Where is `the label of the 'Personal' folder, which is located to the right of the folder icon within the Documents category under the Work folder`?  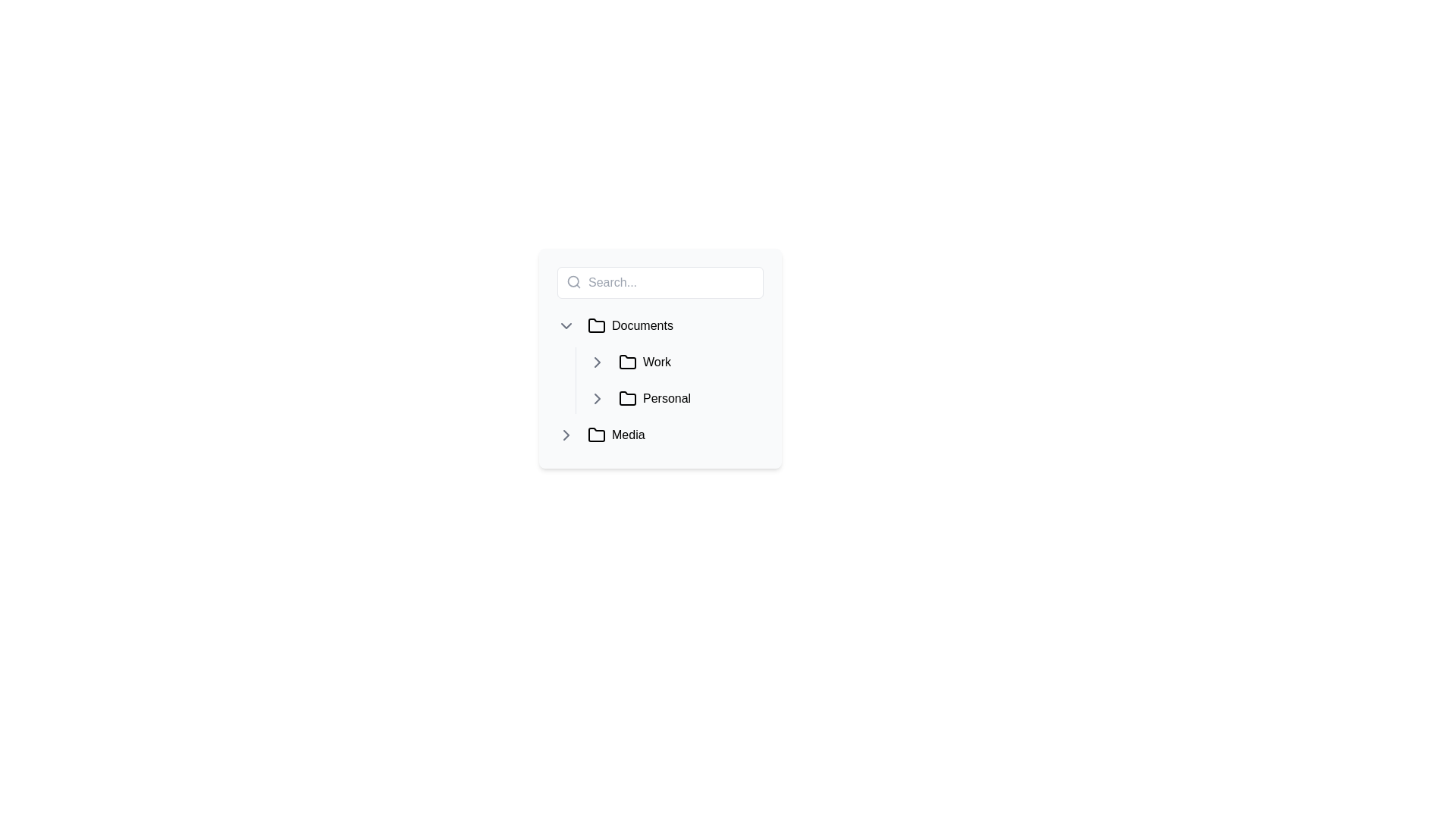
the label of the 'Personal' folder, which is located to the right of the folder icon within the Documents category under the Work folder is located at coordinates (667, 397).